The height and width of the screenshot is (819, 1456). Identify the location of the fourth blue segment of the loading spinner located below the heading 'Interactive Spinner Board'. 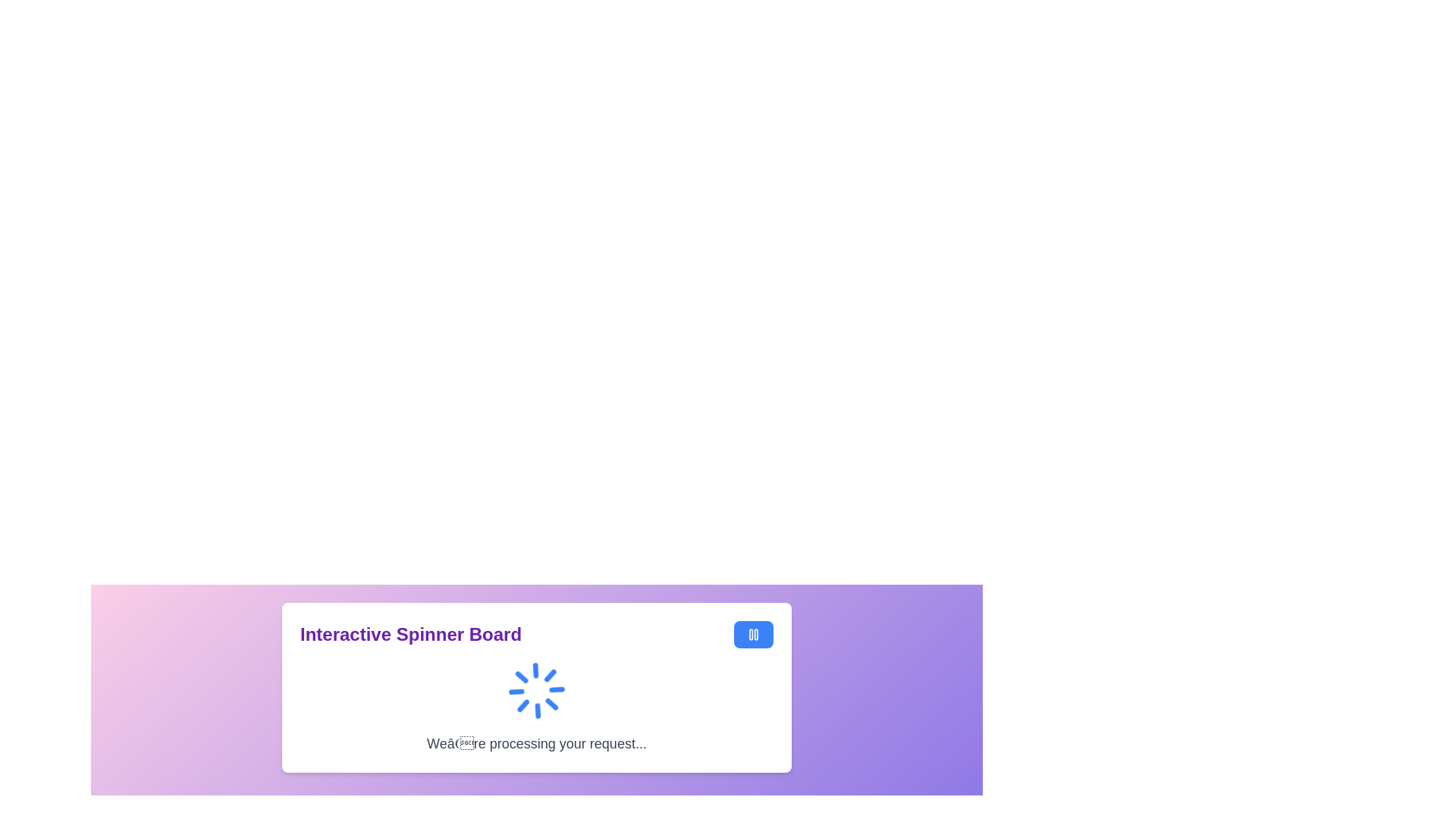
(522, 676).